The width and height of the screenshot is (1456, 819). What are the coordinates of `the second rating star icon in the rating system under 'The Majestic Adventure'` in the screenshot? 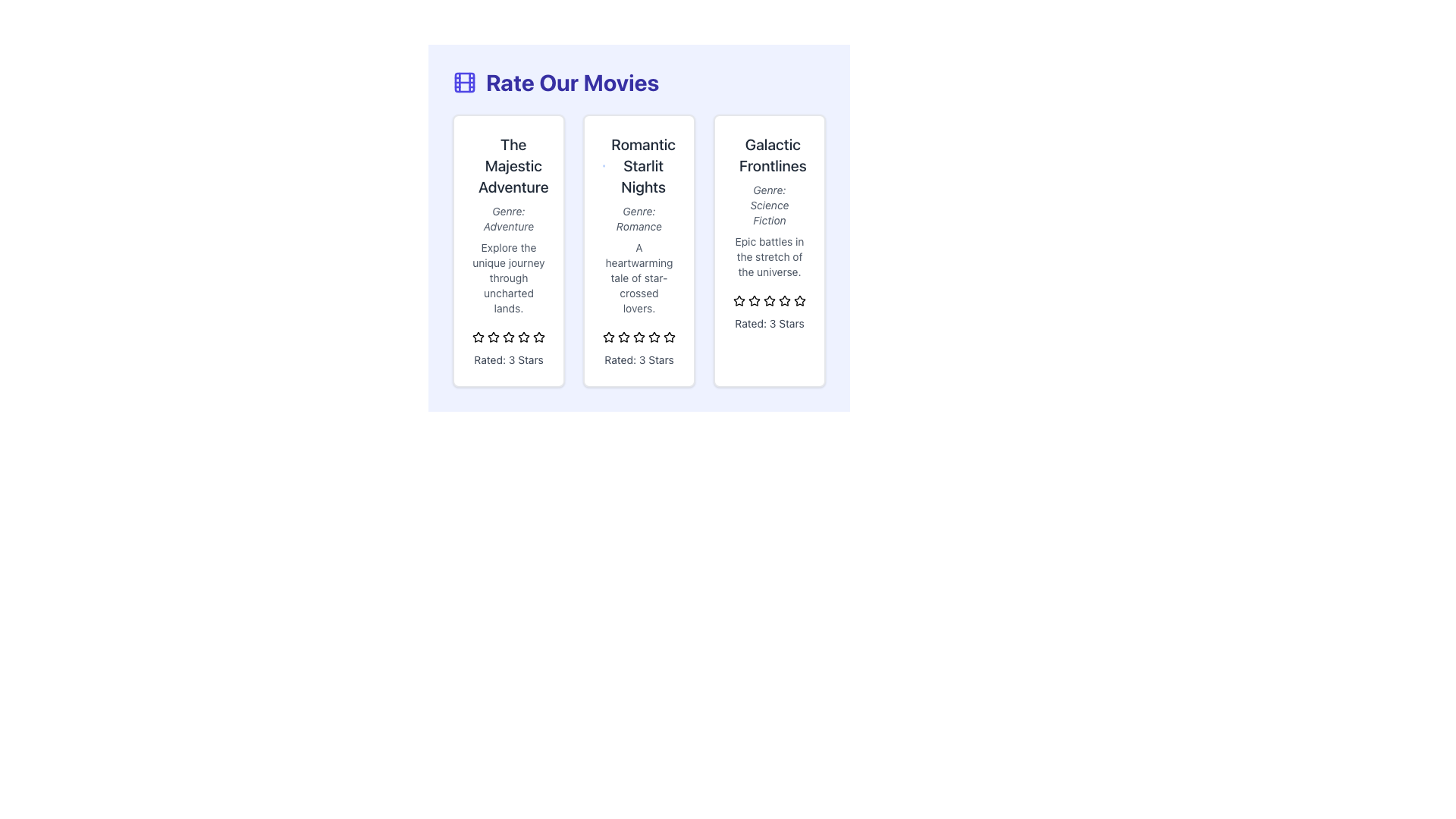 It's located at (509, 336).